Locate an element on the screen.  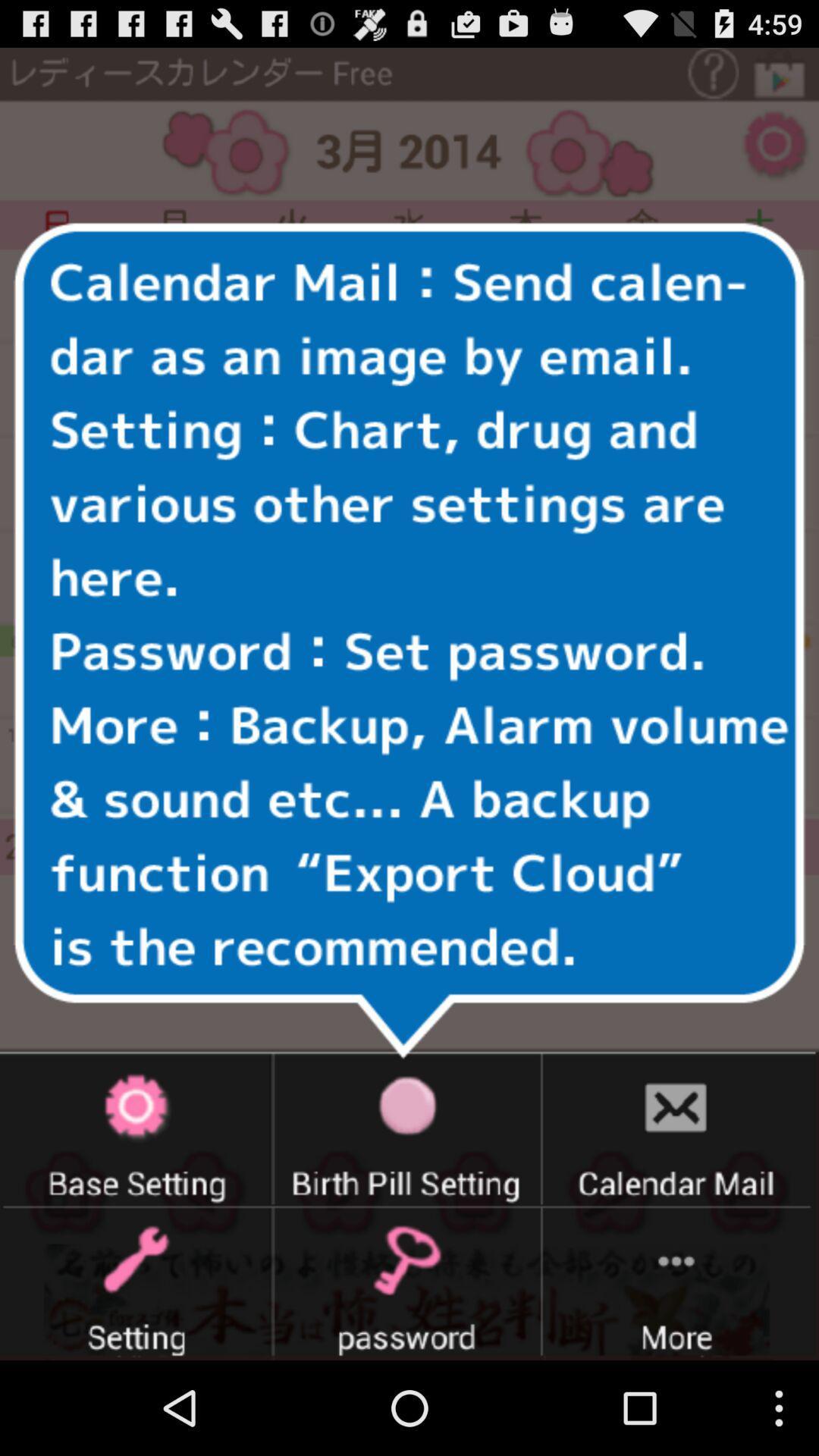
the shop icon is located at coordinates (784, 76).